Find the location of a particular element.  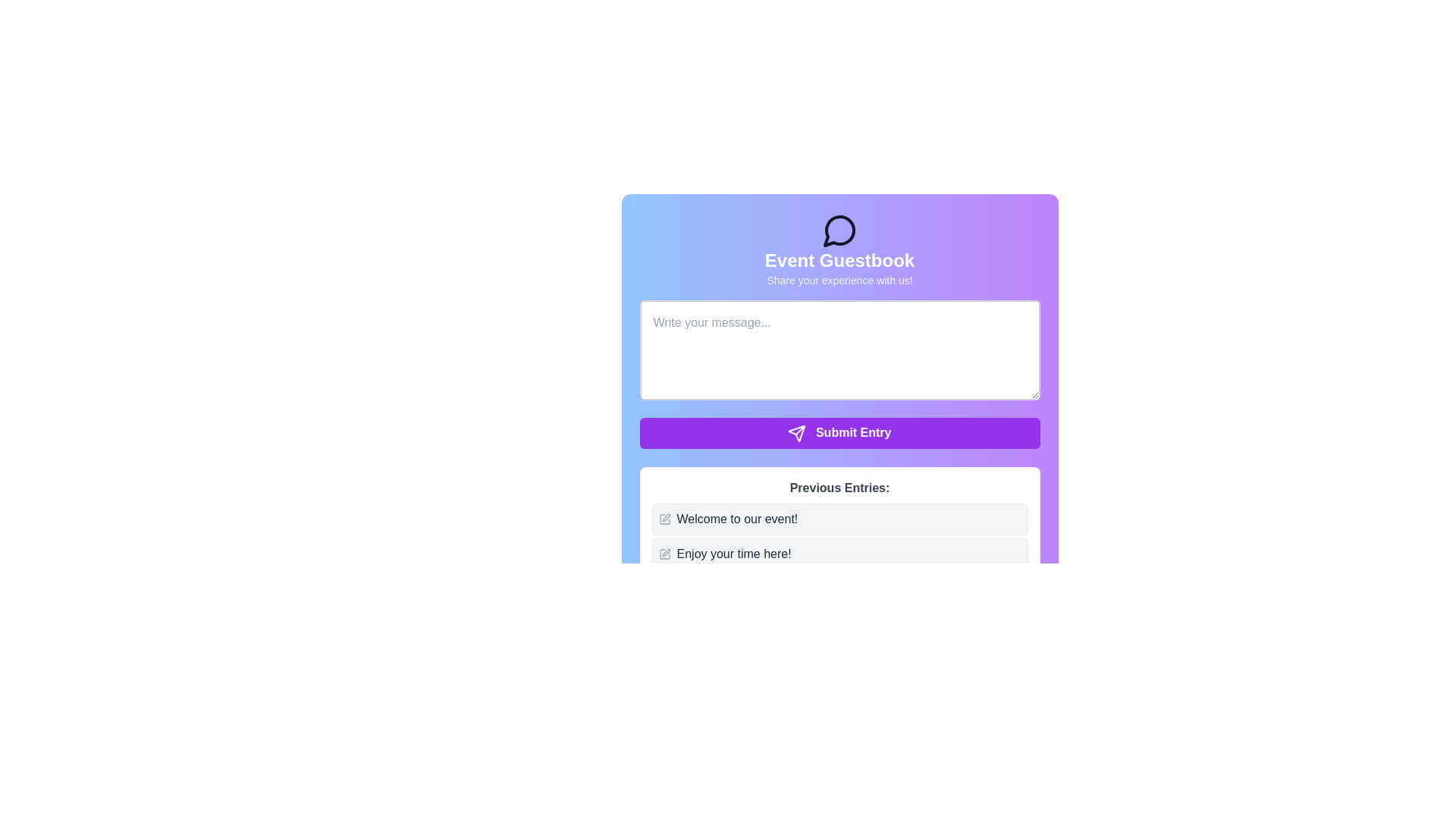

the static text label that reads 'Share your experience with us!' positioned below the title 'Event Guestbook' is located at coordinates (839, 281).